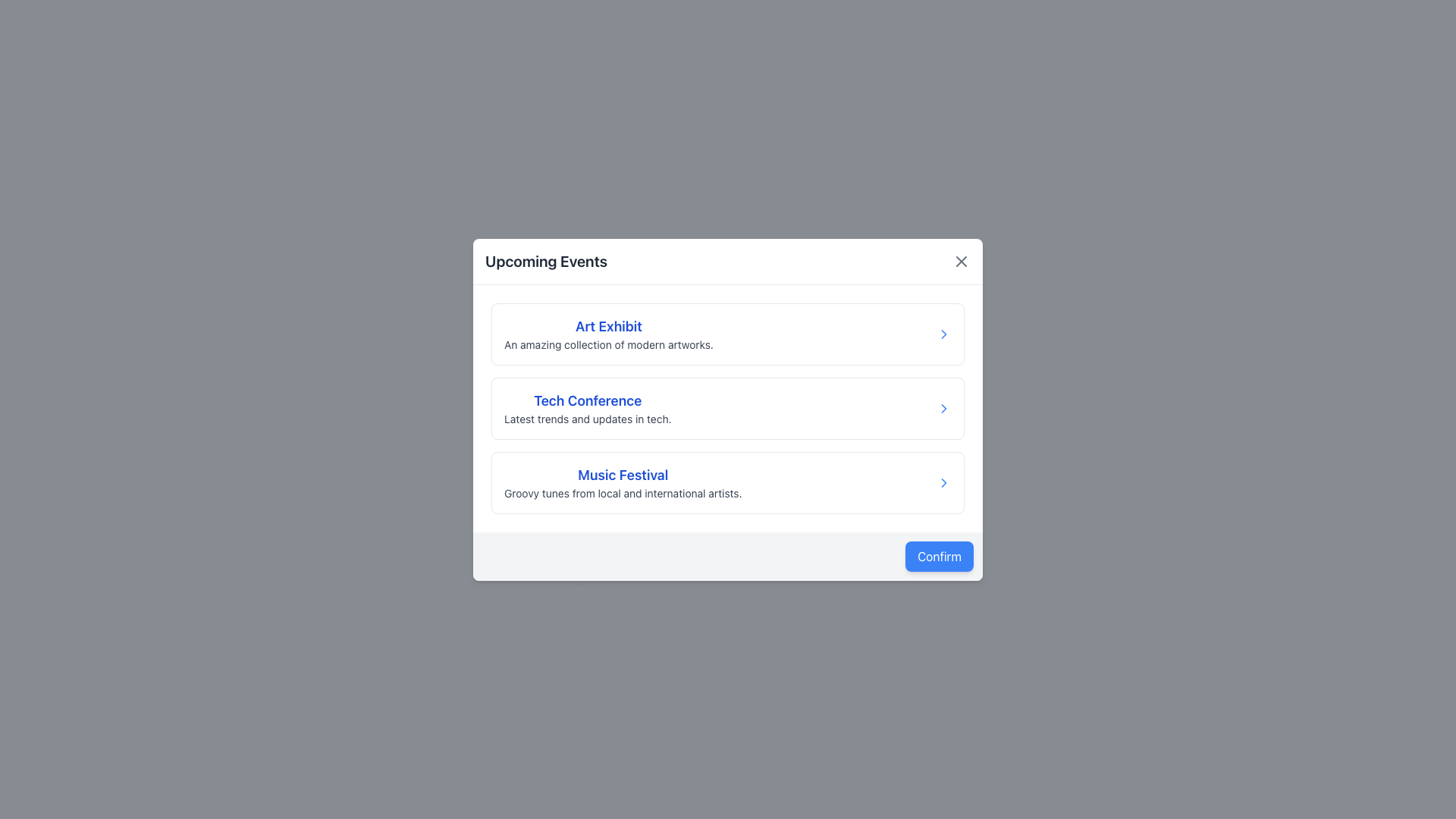  I want to click on the close button in the top-right corner of the popup to change its color, so click(960, 260).